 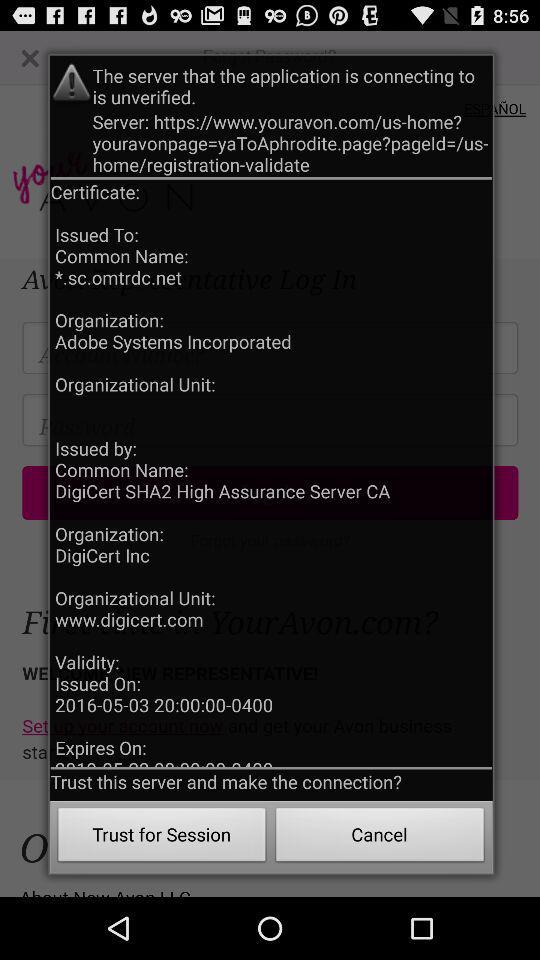 What do you see at coordinates (380, 837) in the screenshot?
I see `button at the bottom right corner` at bounding box center [380, 837].